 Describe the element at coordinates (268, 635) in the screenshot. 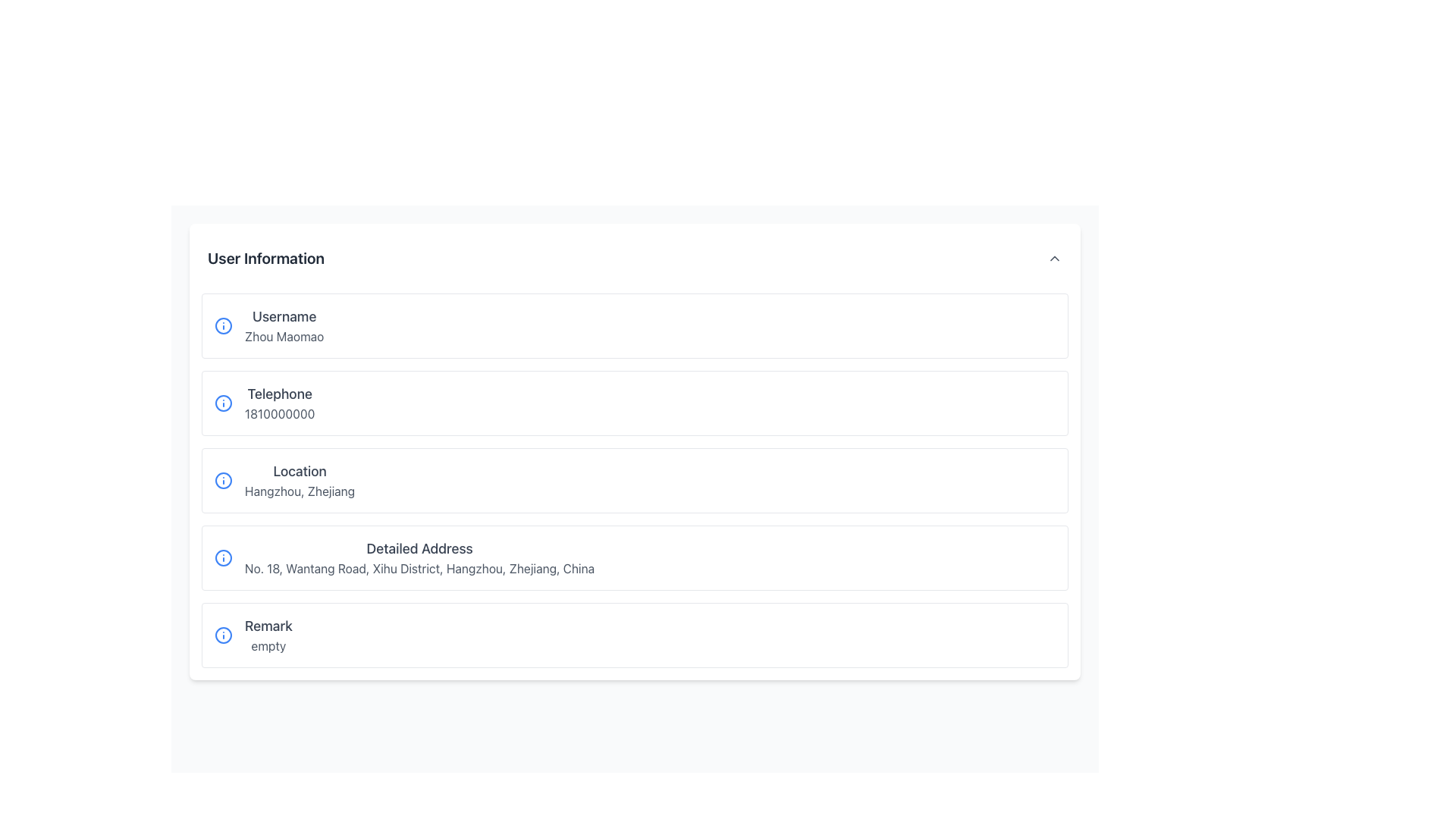

I see `the 'Remark' label showing the status 'empty' at the bottom of the list within its card component, which is the last among similar cards displayed in a column` at that location.